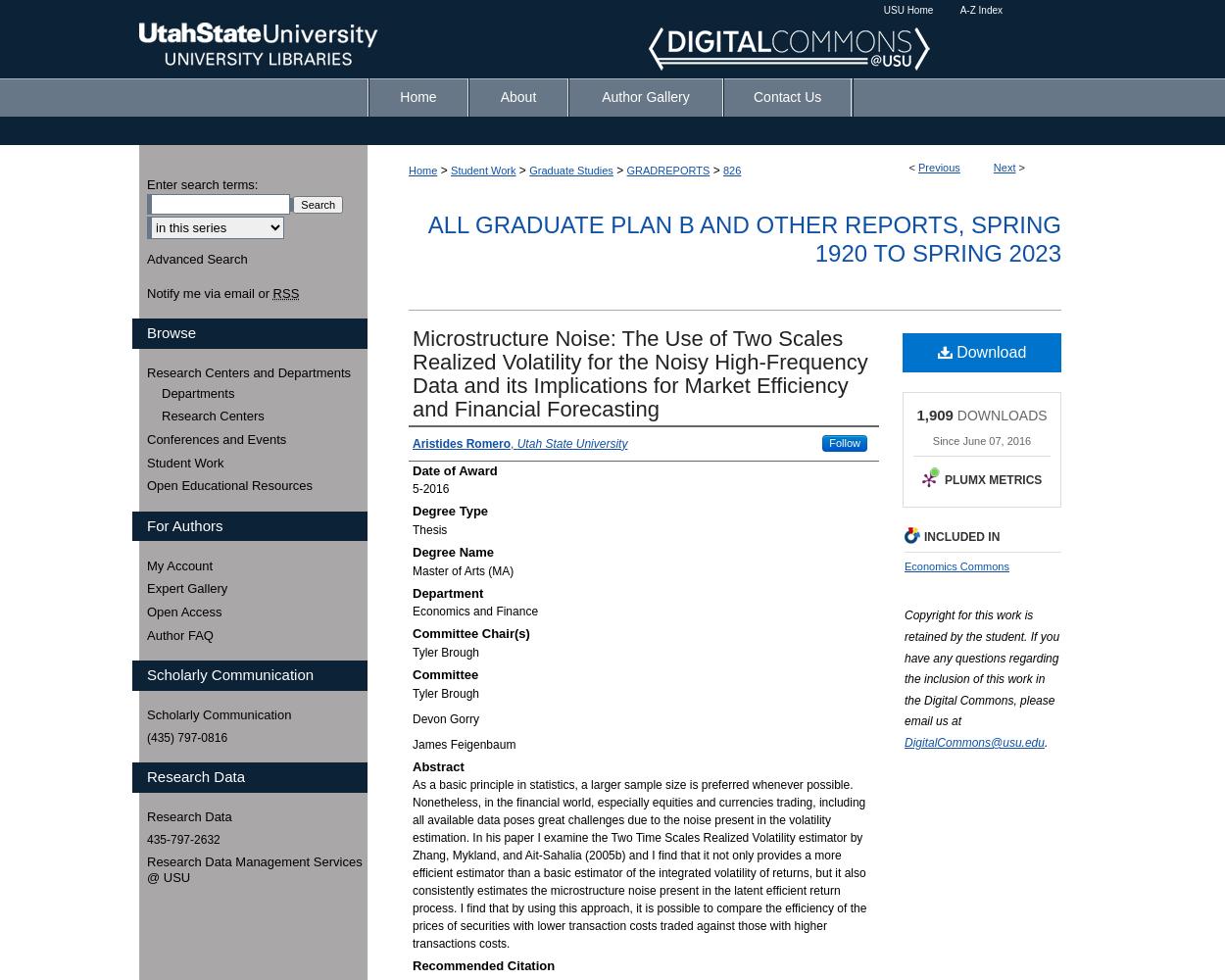 Image resolution: width=1225 pixels, height=980 pixels. I want to click on 'My Account', so click(179, 563).